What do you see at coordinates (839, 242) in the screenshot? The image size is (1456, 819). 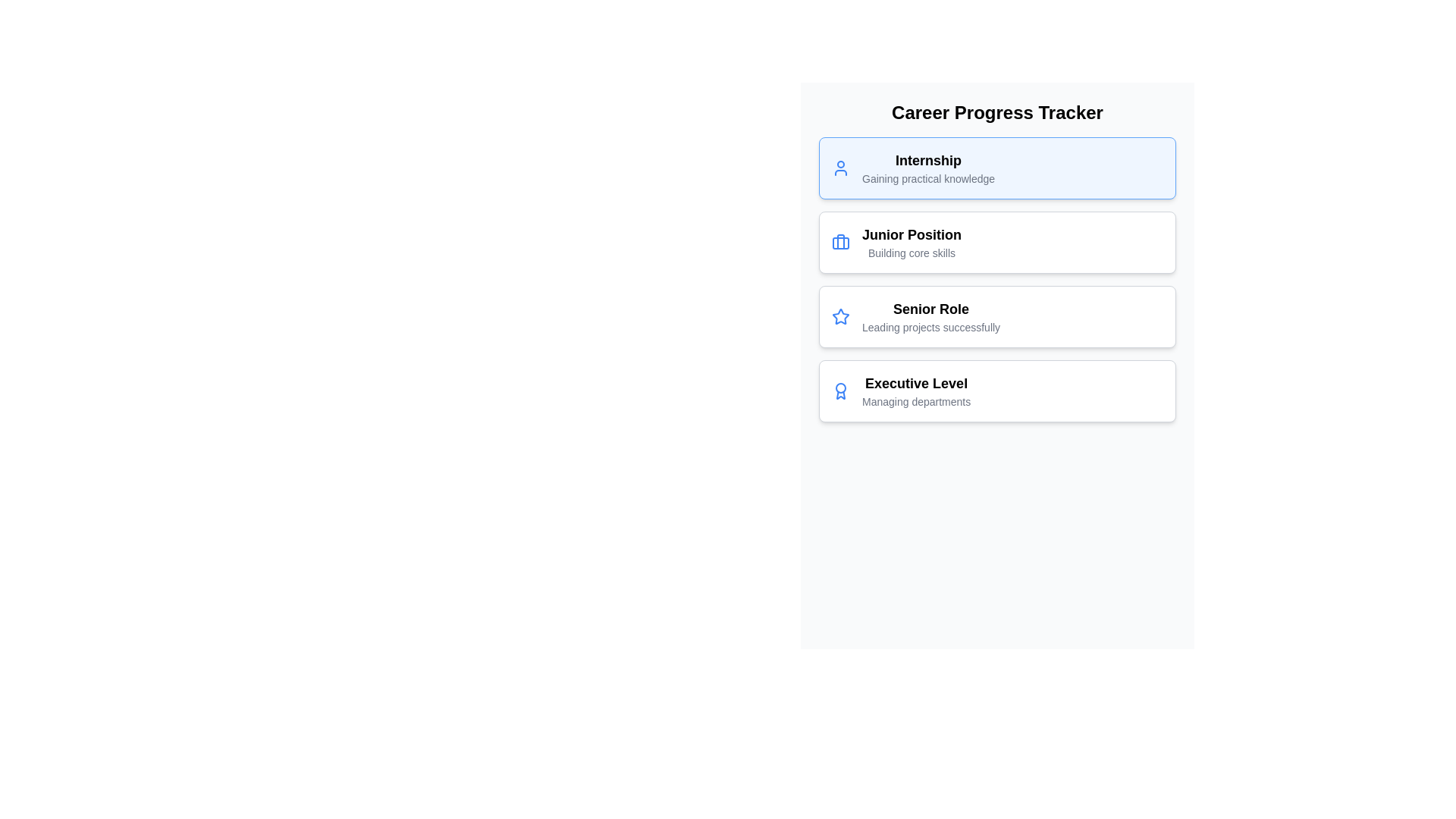 I see `the briefcase icon which symbolizes professional content, located next to the 'Junior Position' title and 'Building core skills' description` at bounding box center [839, 242].